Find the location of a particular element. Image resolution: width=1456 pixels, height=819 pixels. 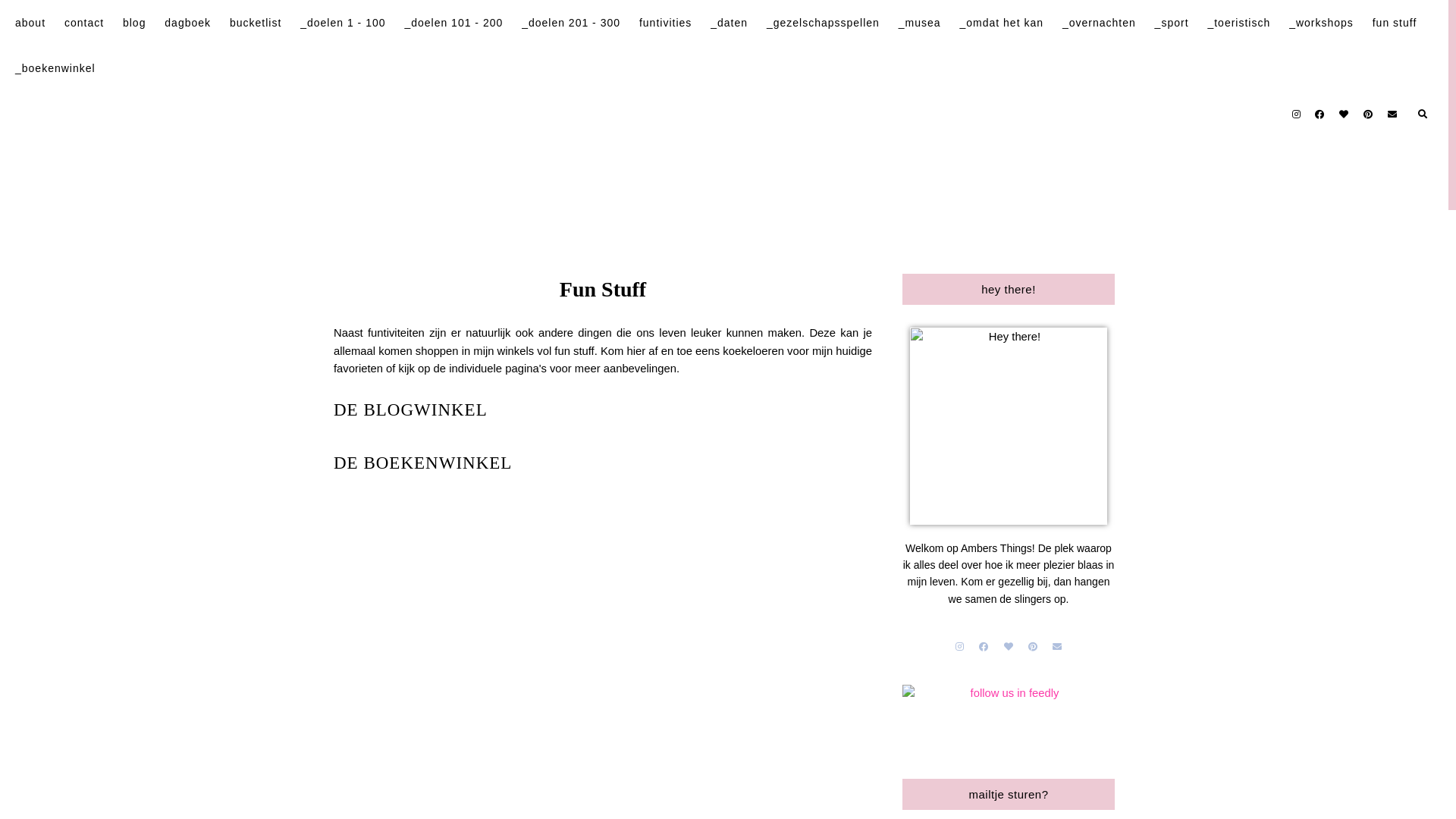

'_sport' is located at coordinates (1171, 23).